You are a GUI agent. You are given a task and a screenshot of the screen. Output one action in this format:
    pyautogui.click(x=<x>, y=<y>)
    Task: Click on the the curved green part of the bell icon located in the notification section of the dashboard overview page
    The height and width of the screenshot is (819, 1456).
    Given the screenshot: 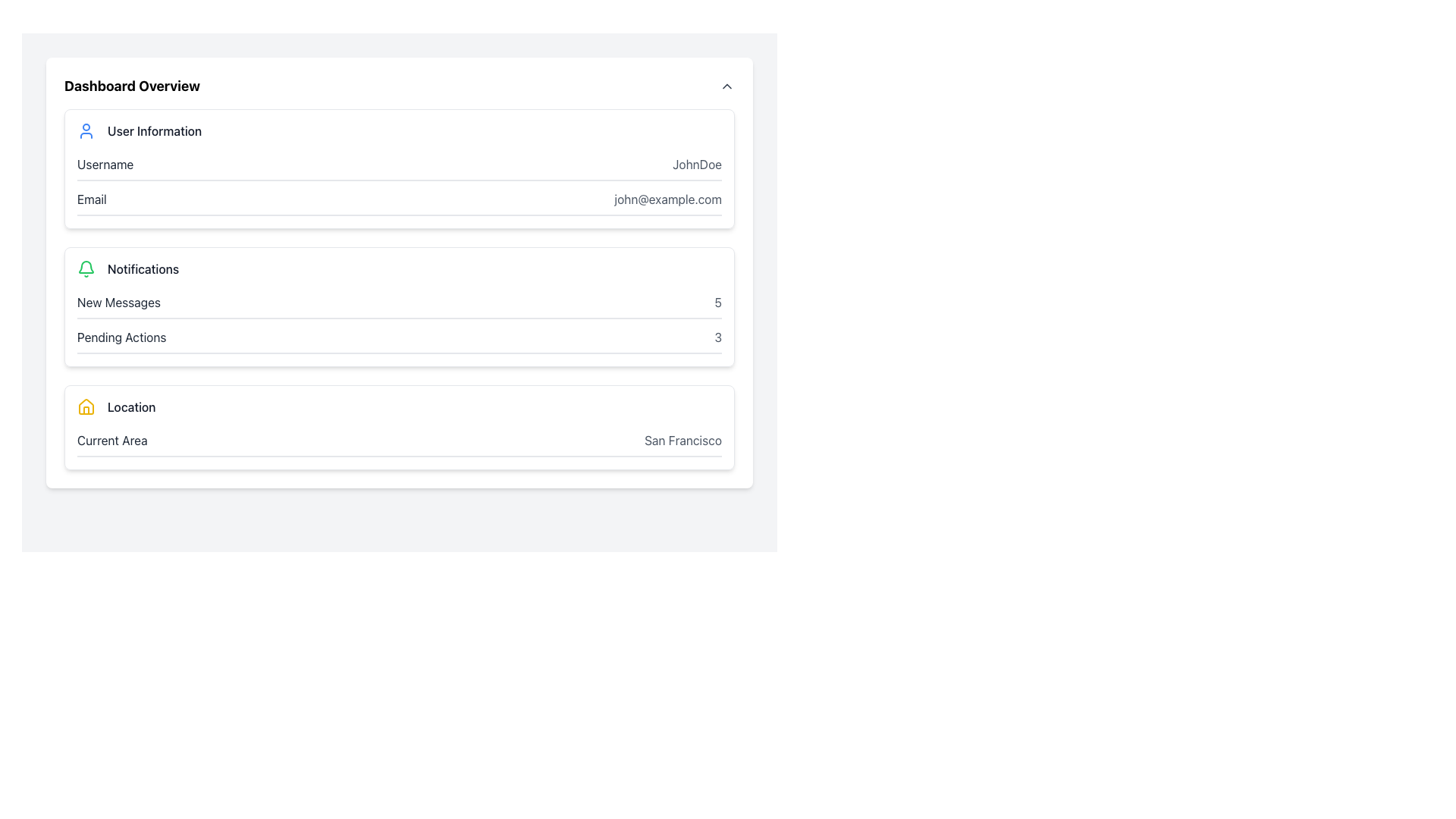 What is the action you would take?
    pyautogui.click(x=86, y=266)
    